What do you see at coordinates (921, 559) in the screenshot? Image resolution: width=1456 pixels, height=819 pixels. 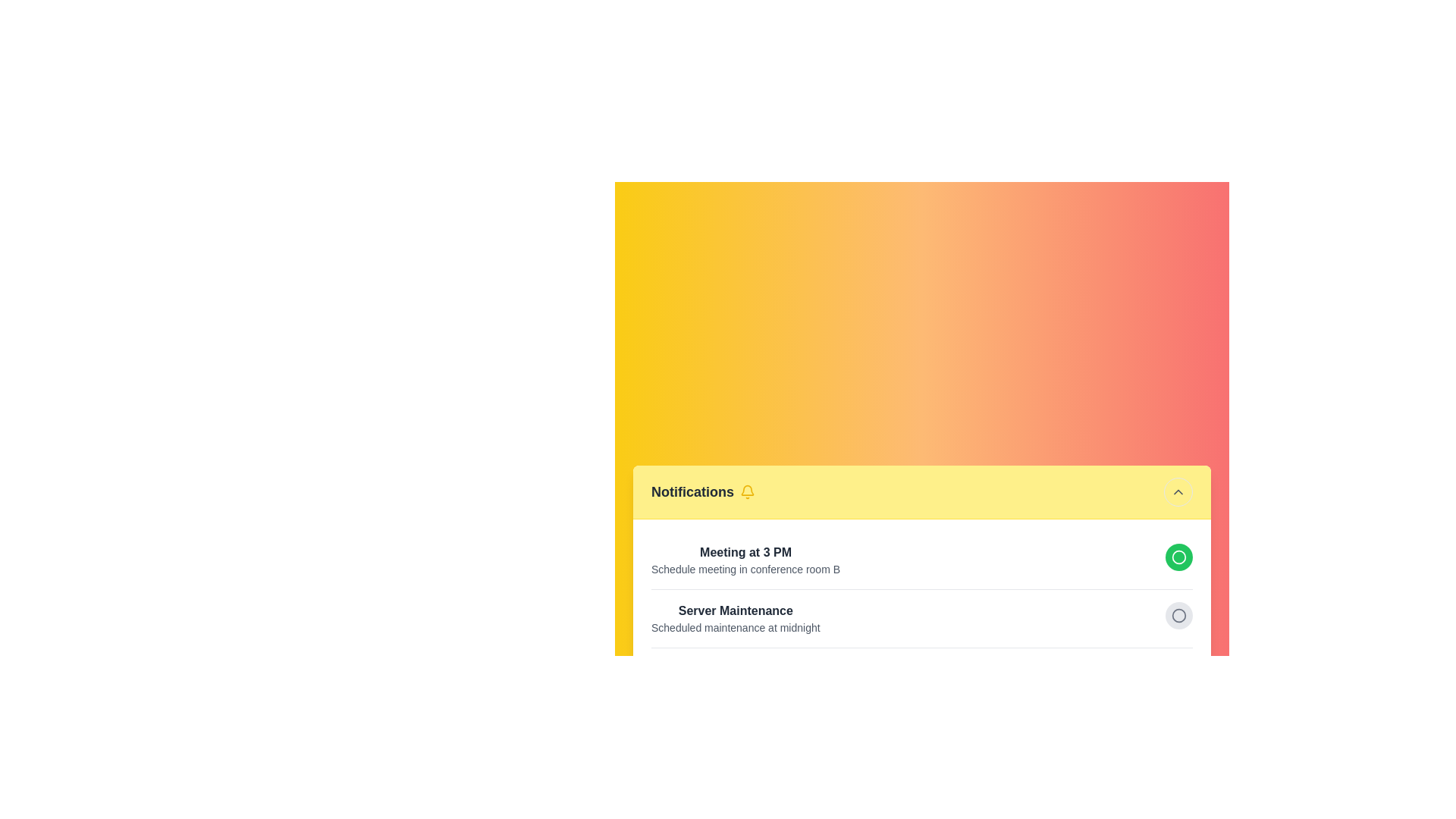 I see `the interactive button on the right side of the 'Meeting at 3 PM' notification` at bounding box center [921, 559].